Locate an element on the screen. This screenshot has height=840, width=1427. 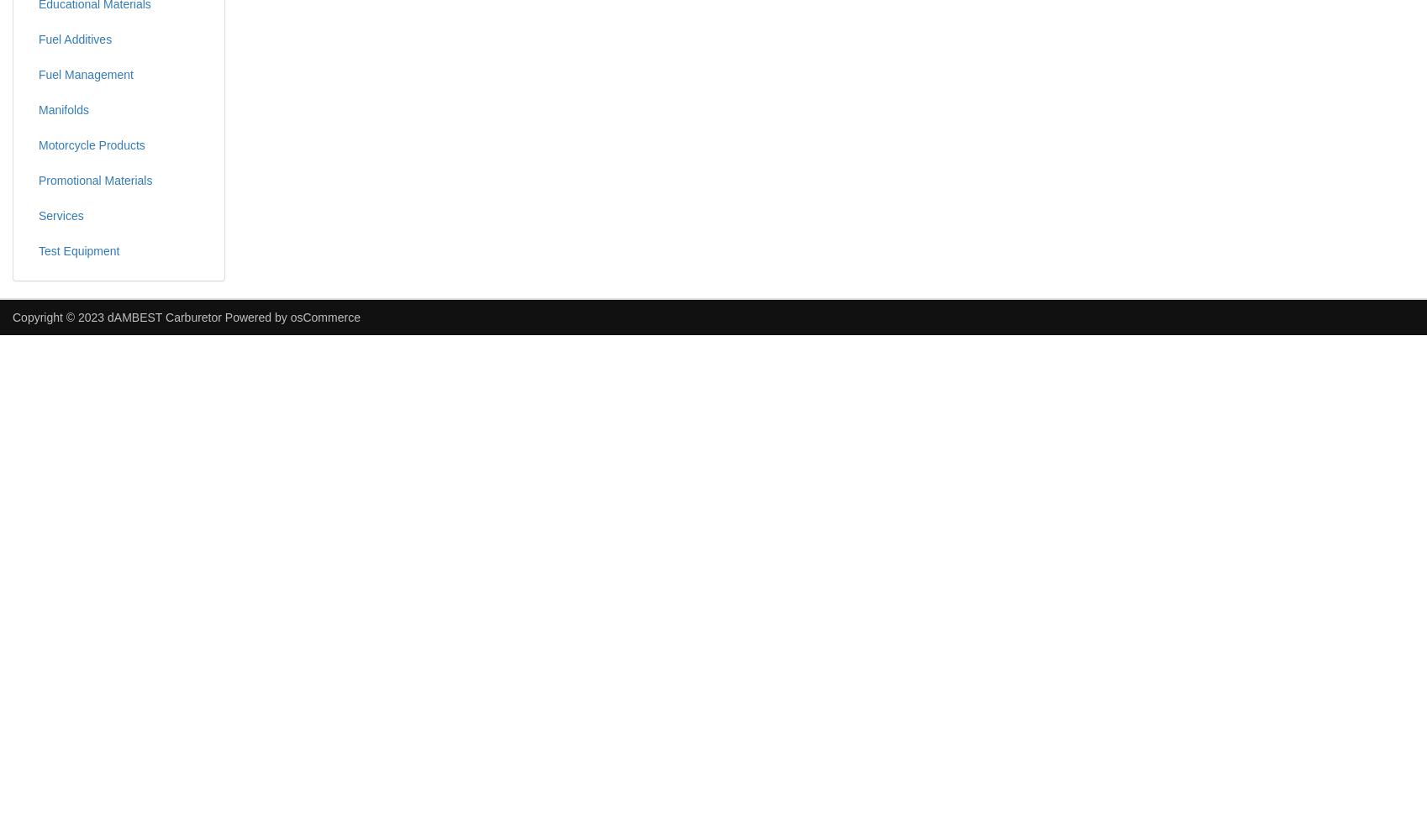
'Powered by' is located at coordinates (220, 317).